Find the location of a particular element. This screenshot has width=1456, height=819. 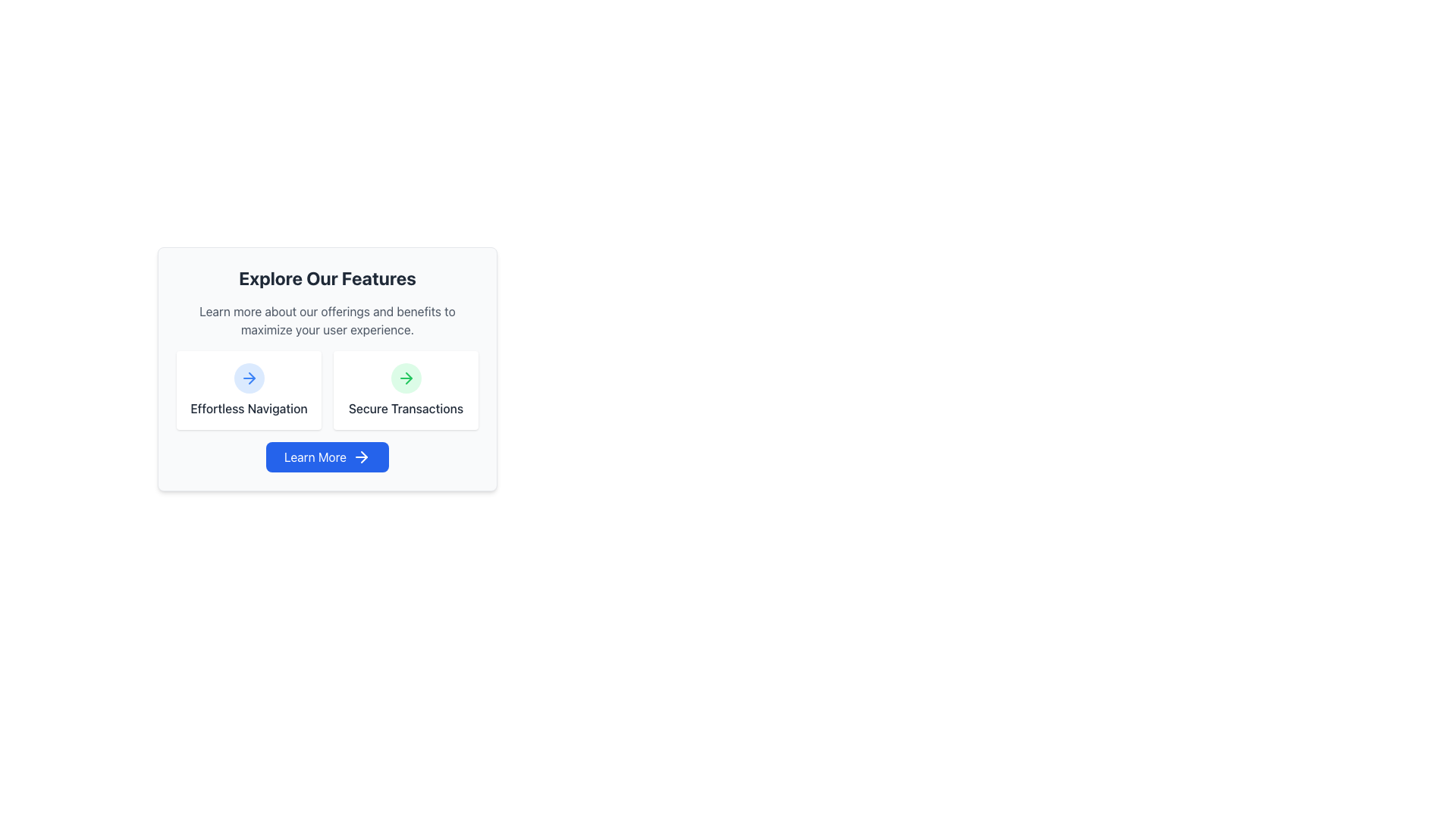

the descriptive text block styled in light gray, positioned below the headline 'Explore Our Features' and above the features 'Effortless Navigation' and 'Secure Transactions' is located at coordinates (327, 320).